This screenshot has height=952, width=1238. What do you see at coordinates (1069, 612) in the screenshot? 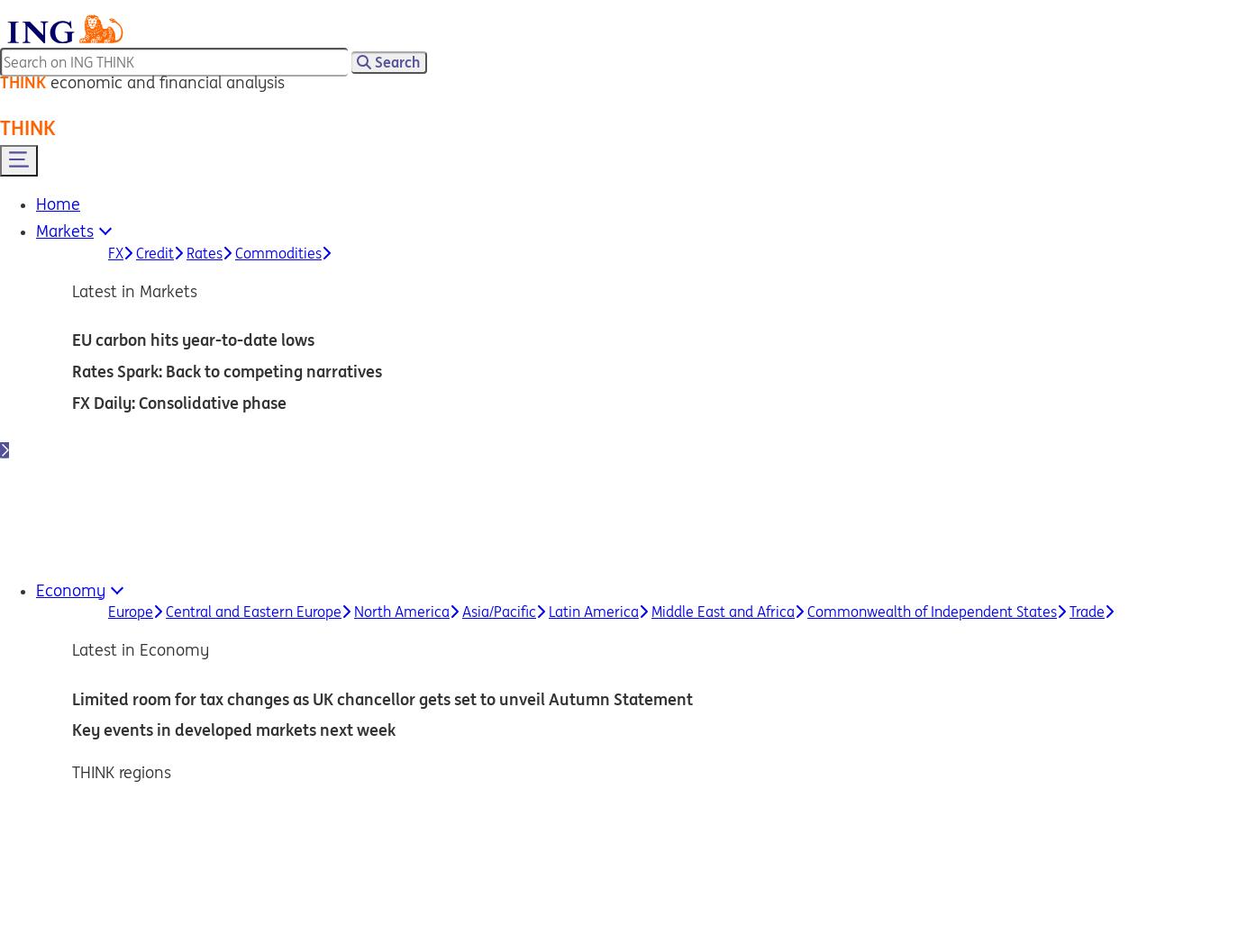
I see `'Trade'` at bounding box center [1069, 612].